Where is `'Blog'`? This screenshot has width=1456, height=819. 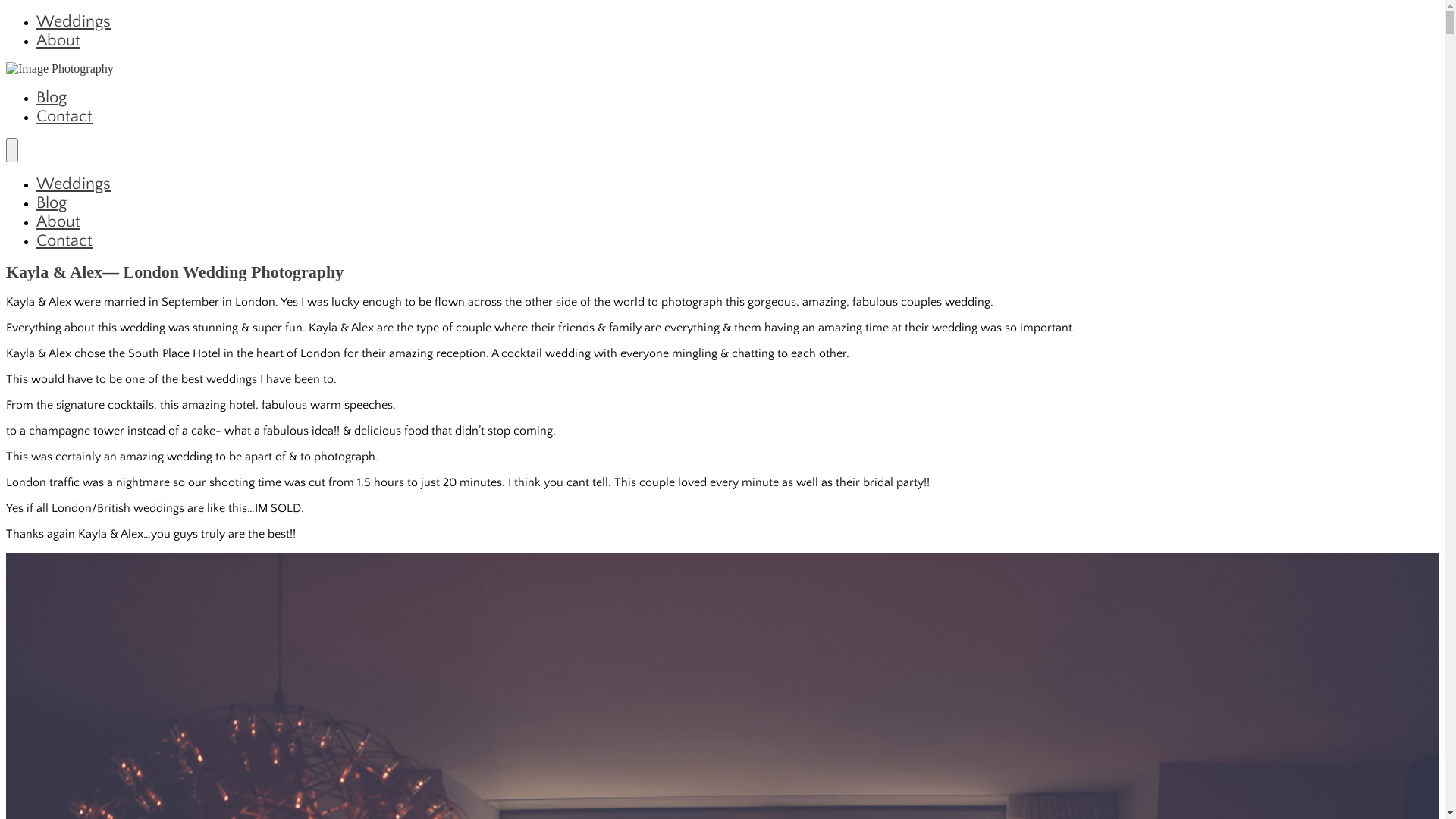 'Blog' is located at coordinates (51, 202).